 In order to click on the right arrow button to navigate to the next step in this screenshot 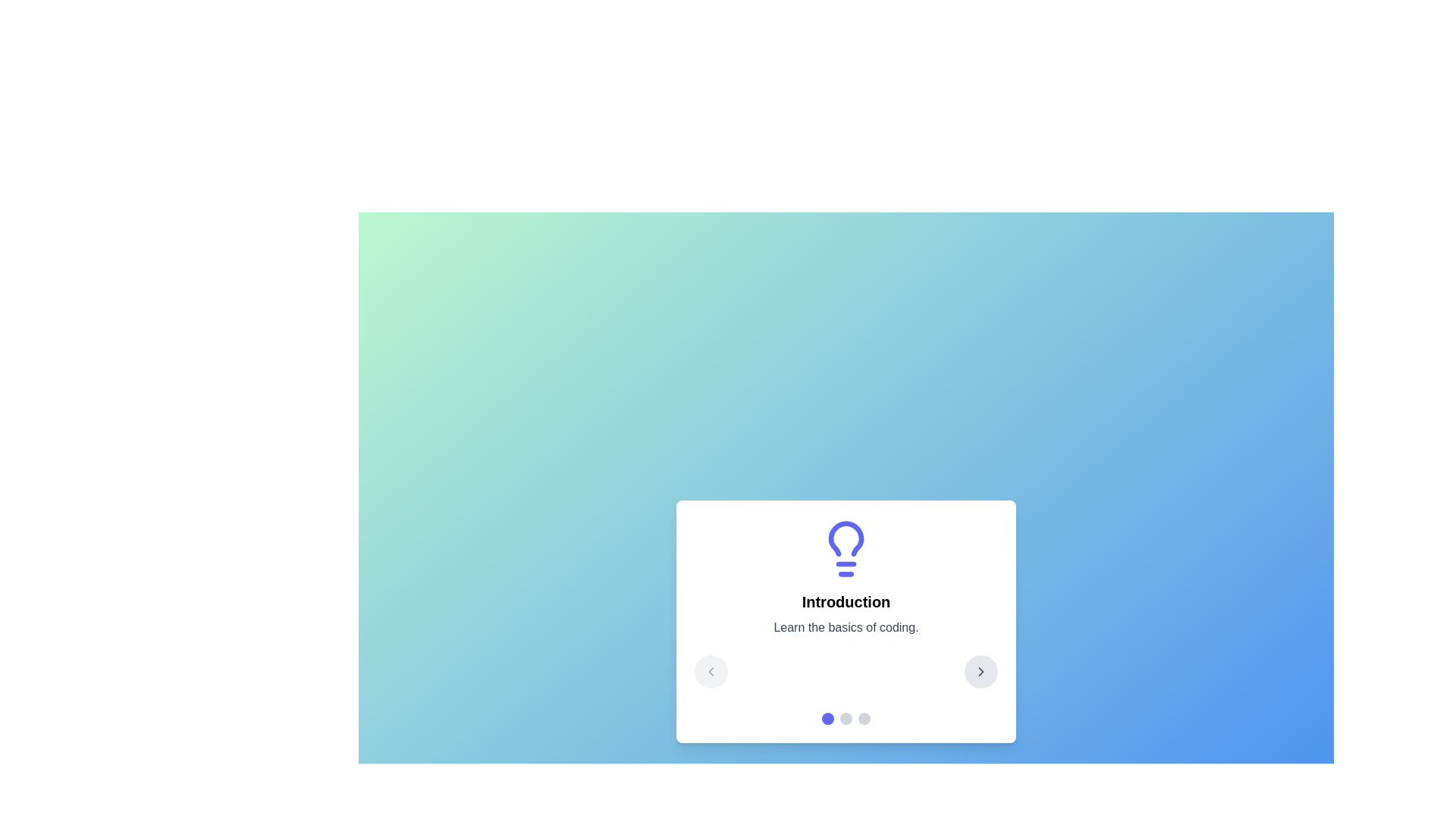, I will do `click(981, 671)`.